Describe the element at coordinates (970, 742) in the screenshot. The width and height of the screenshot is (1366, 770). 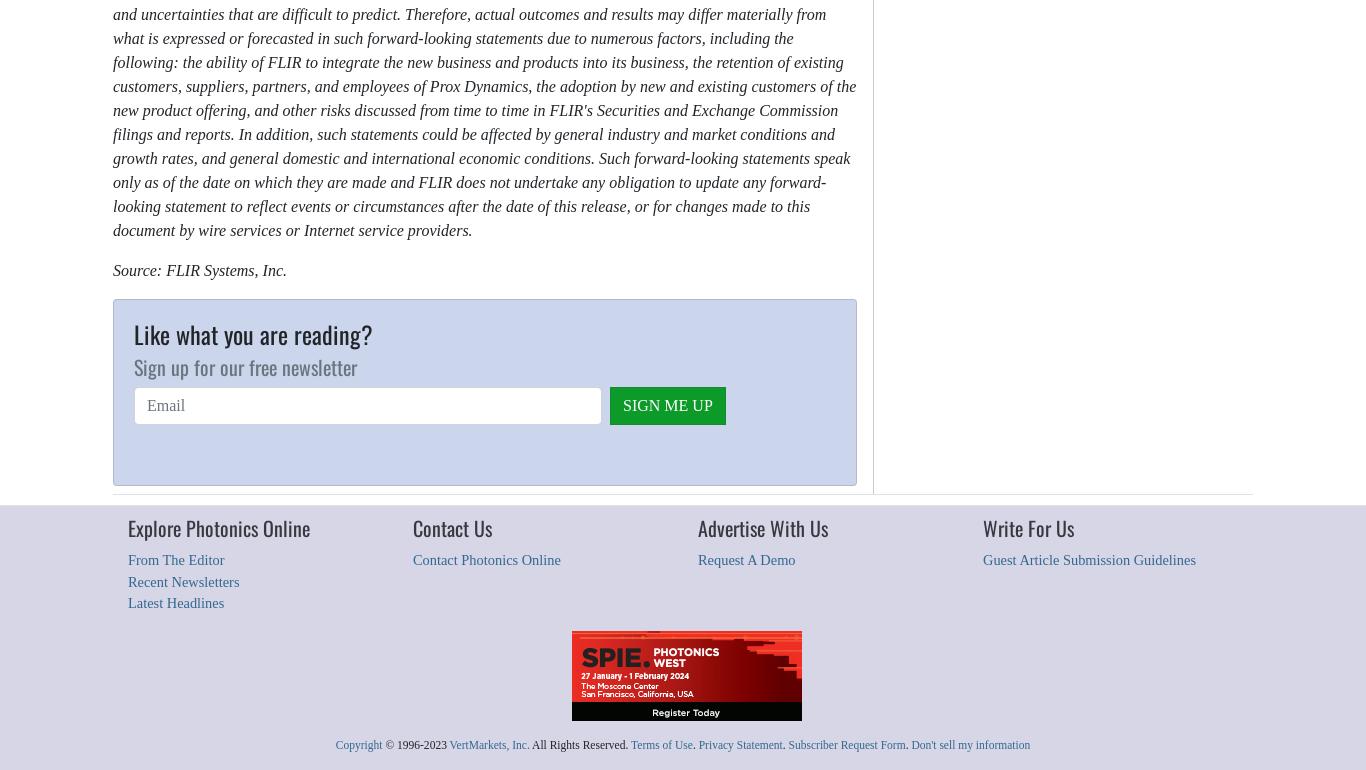
I see `'Don't sell my information'` at that location.